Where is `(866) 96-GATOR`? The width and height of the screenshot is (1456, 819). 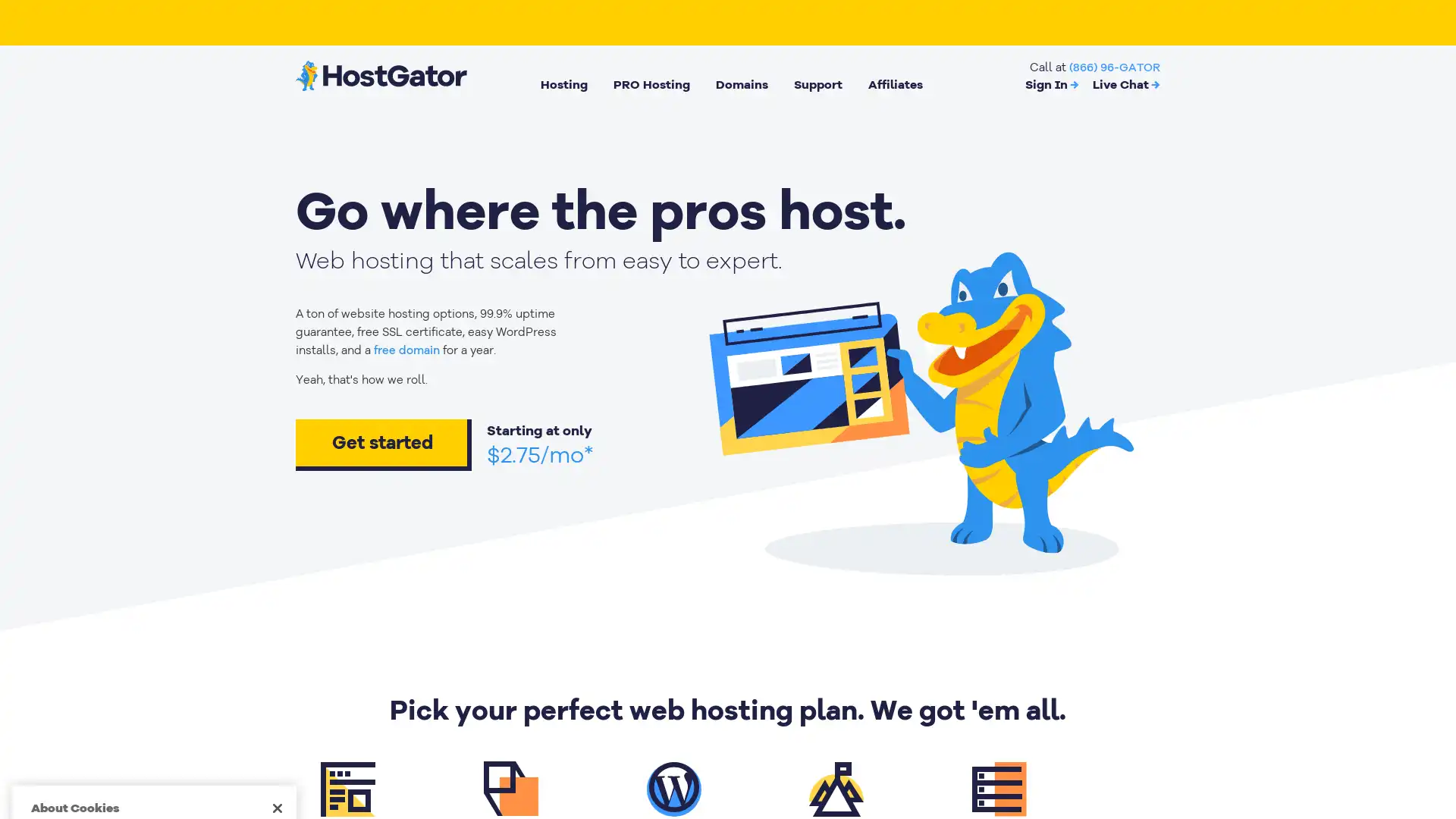
(866) 96-GATOR is located at coordinates (1114, 66).